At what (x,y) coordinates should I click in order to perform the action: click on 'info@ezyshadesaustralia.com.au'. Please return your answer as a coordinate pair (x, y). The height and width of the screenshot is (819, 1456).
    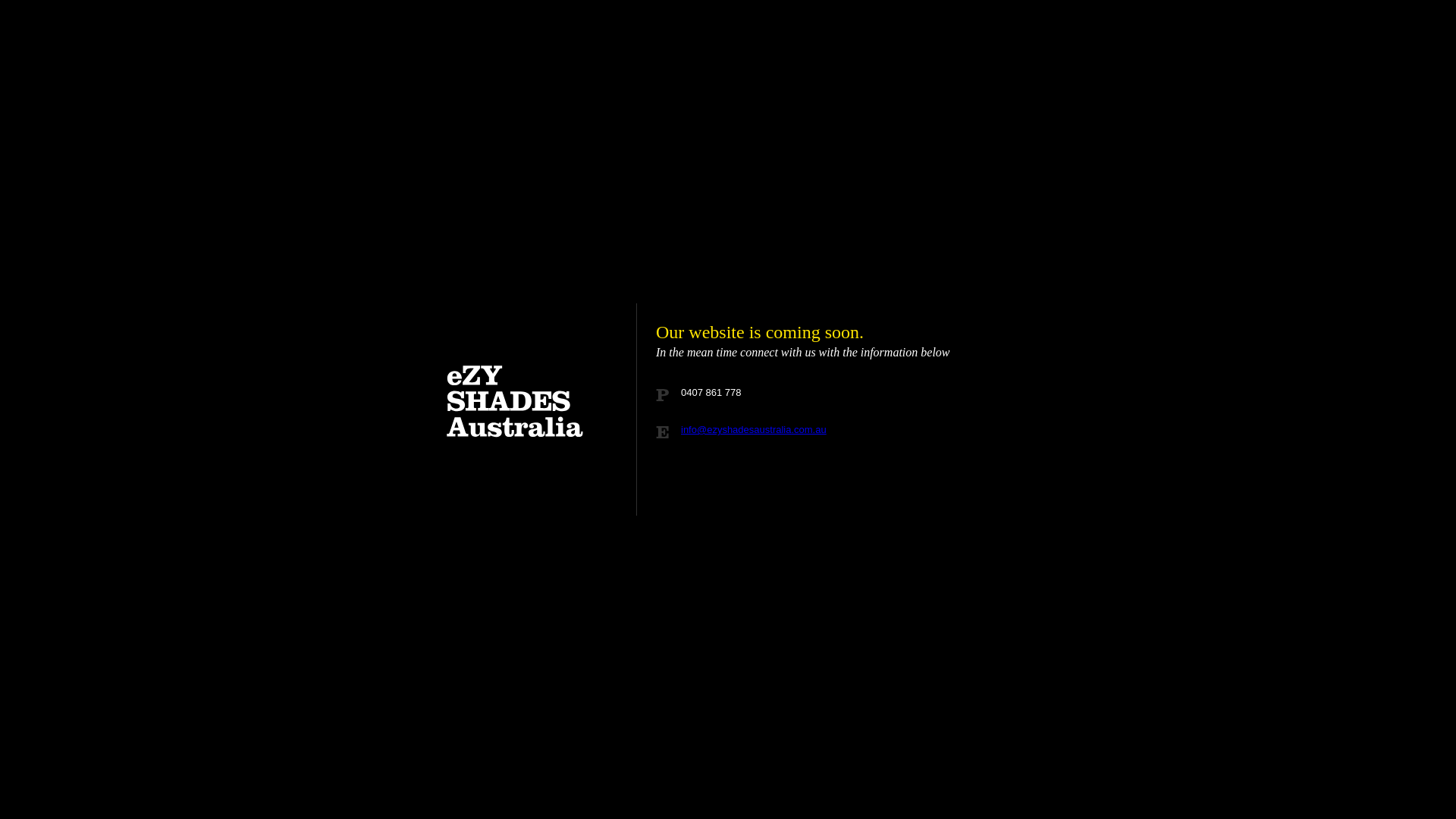
    Looking at the image, I should click on (753, 429).